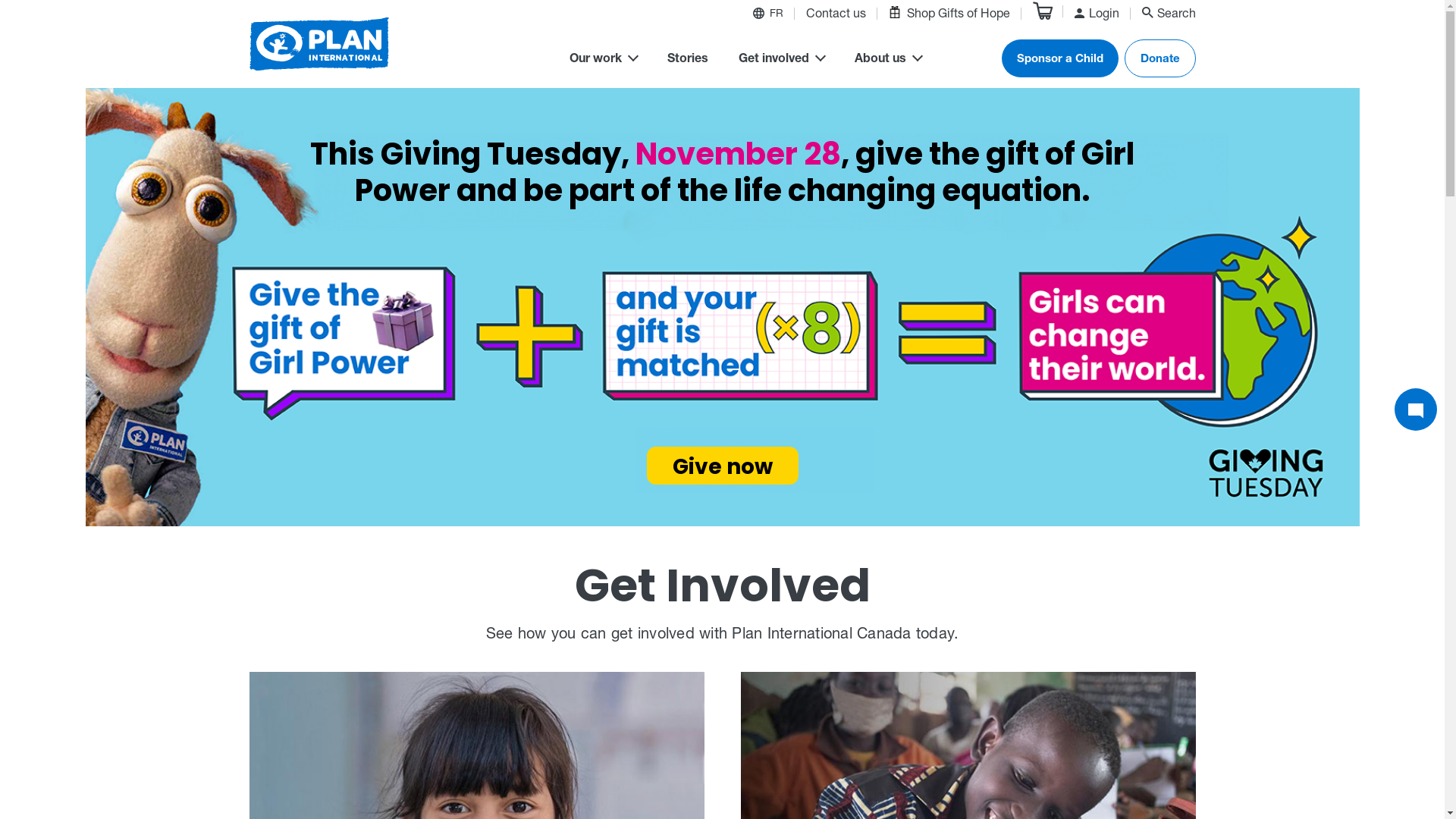  I want to click on 'About us', so click(887, 60).